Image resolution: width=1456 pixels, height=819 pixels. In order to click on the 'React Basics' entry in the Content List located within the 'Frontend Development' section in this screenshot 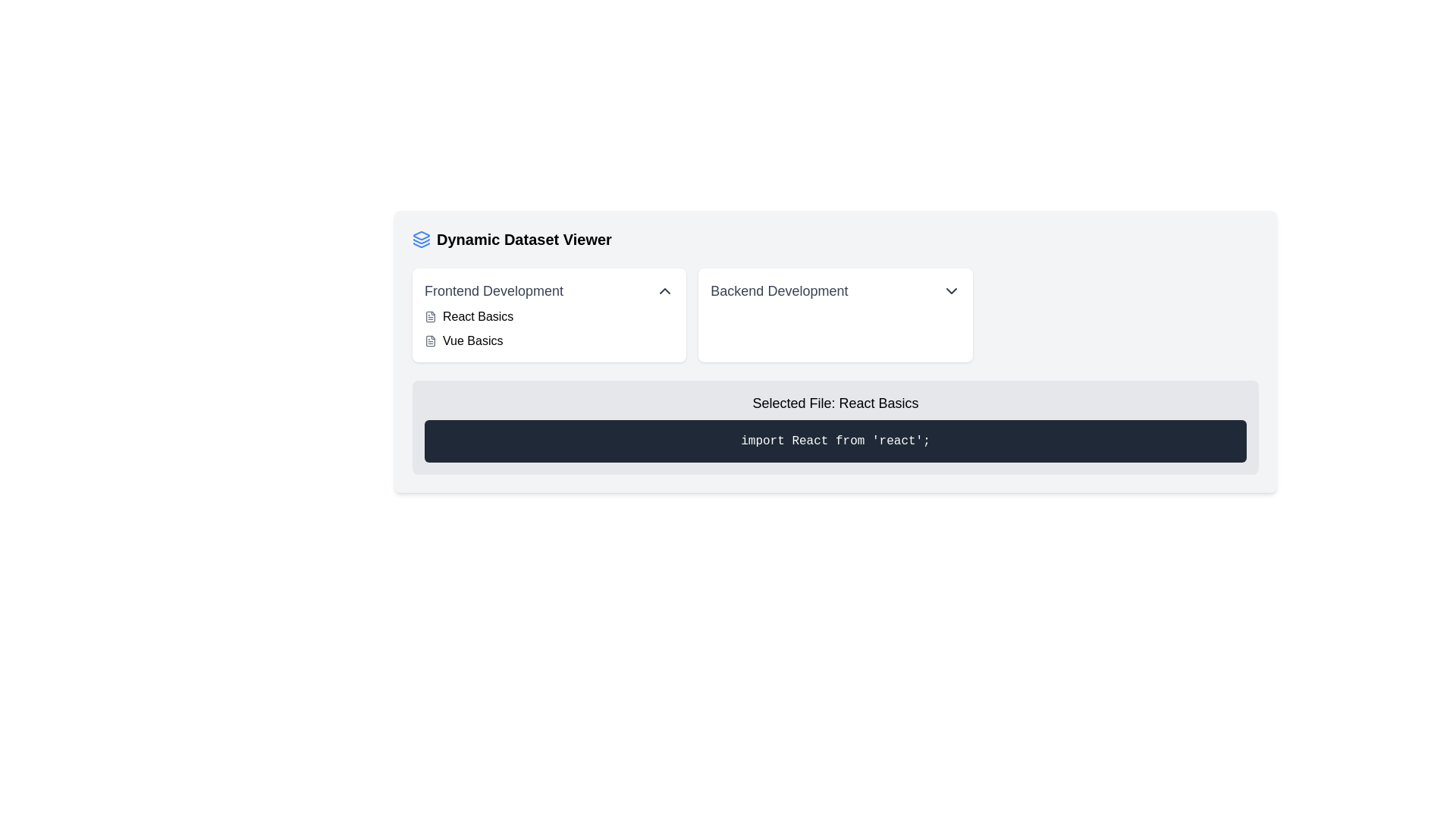, I will do `click(548, 328)`.